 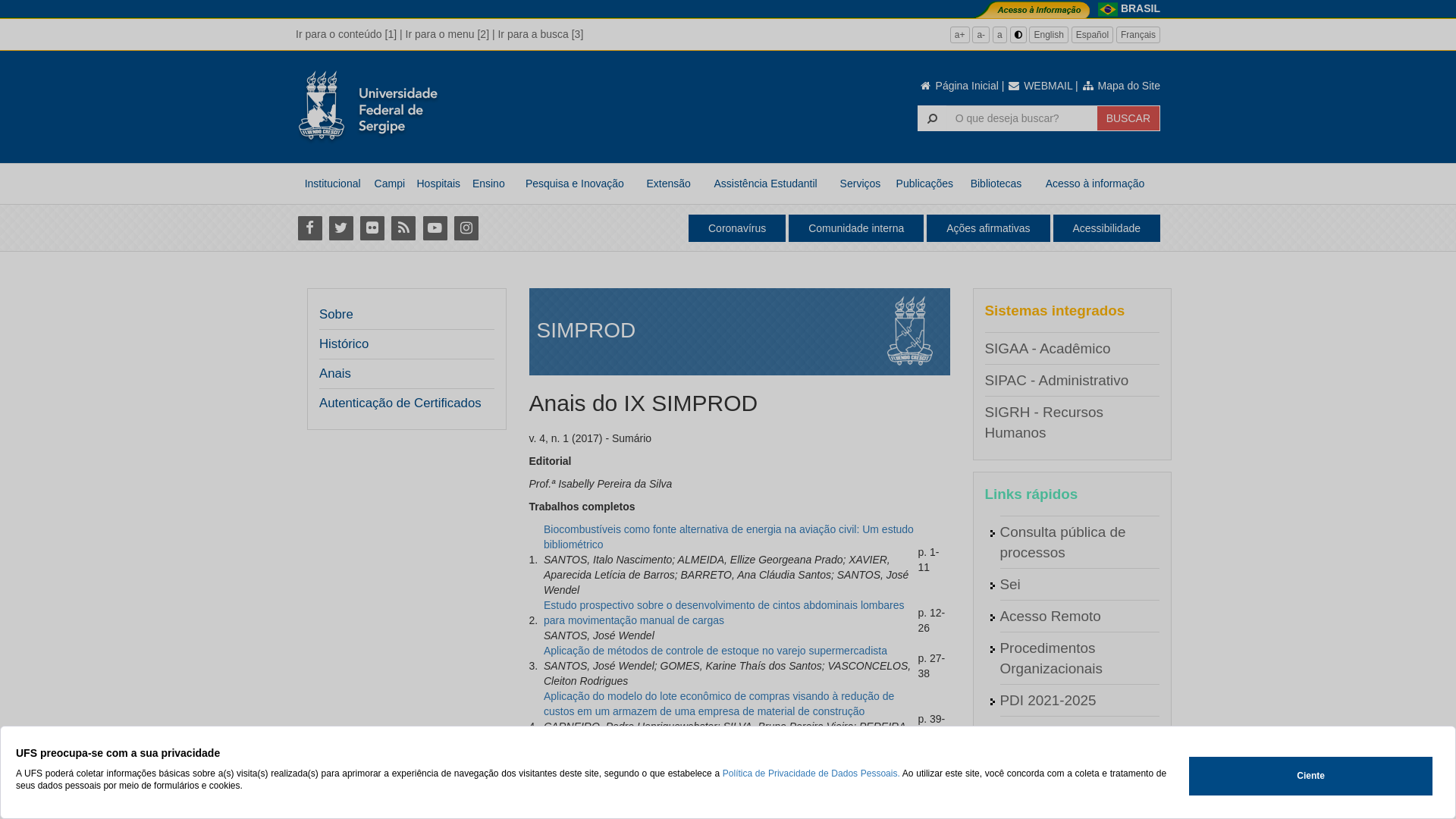 I want to click on 'Institucional', so click(x=295, y=183).